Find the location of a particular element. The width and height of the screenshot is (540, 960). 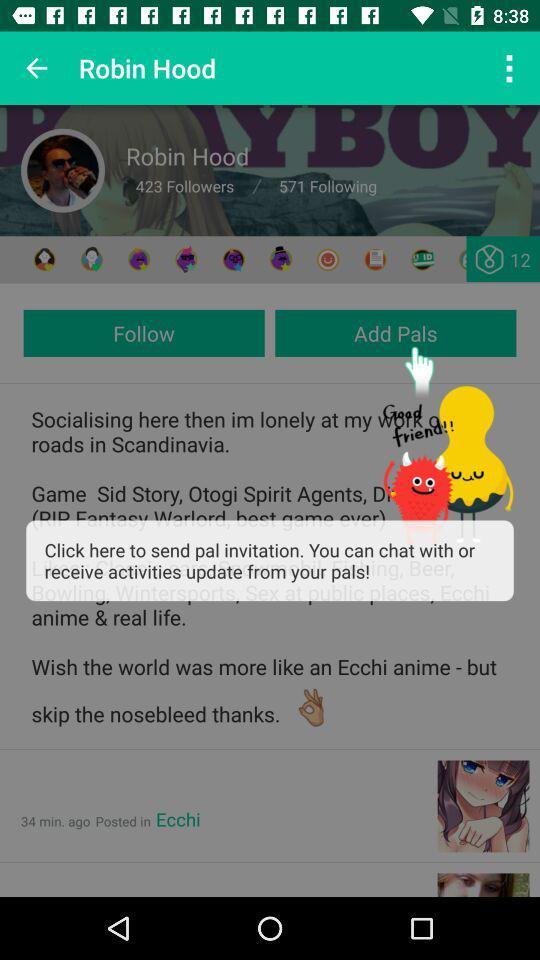

chat with others is located at coordinates (90, 258).